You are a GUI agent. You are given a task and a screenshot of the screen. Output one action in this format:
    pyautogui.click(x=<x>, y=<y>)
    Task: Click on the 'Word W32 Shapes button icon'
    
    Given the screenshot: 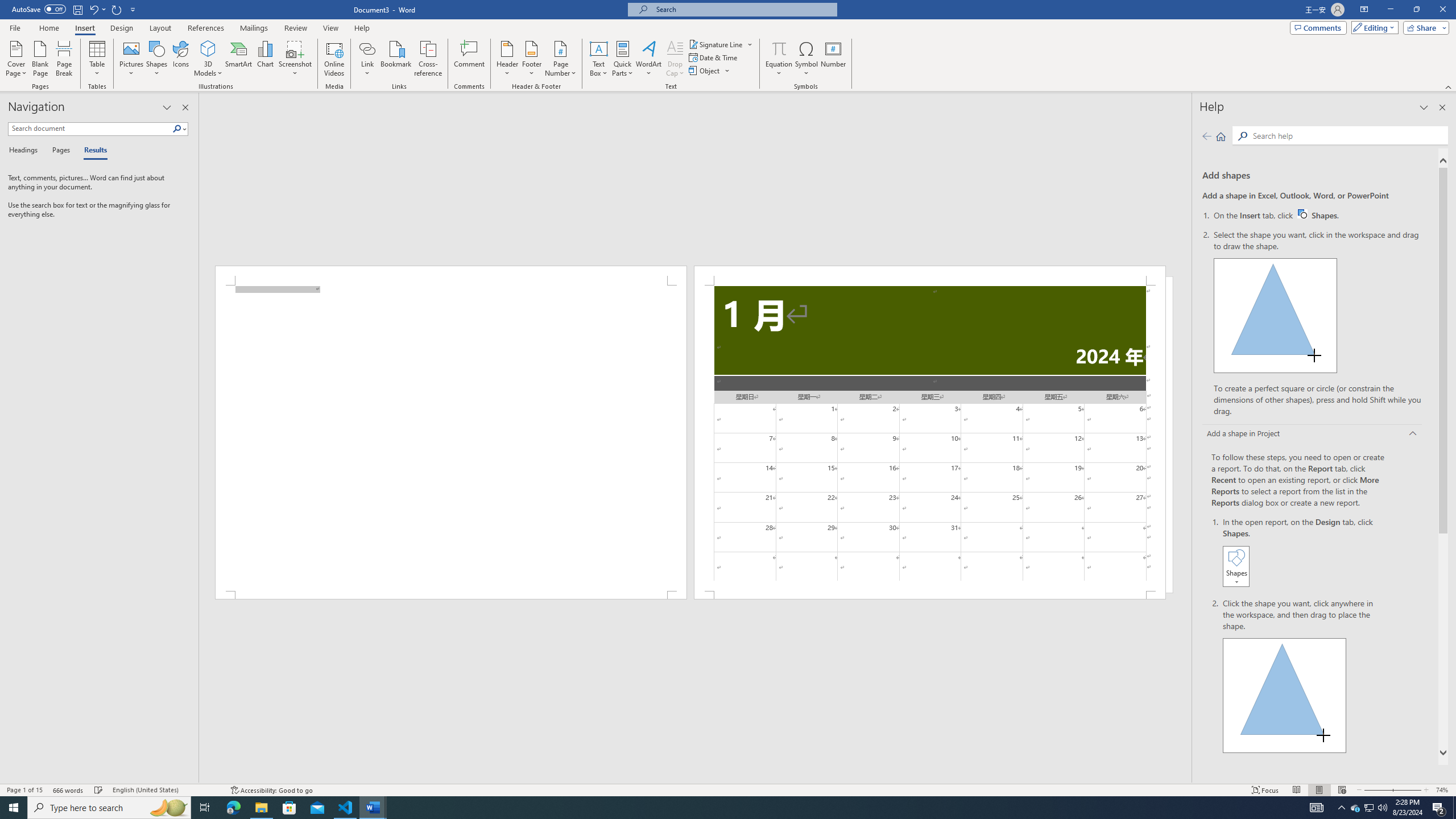 What is the action you would take?
    pyautogui.click(x=1301, y=213)
    